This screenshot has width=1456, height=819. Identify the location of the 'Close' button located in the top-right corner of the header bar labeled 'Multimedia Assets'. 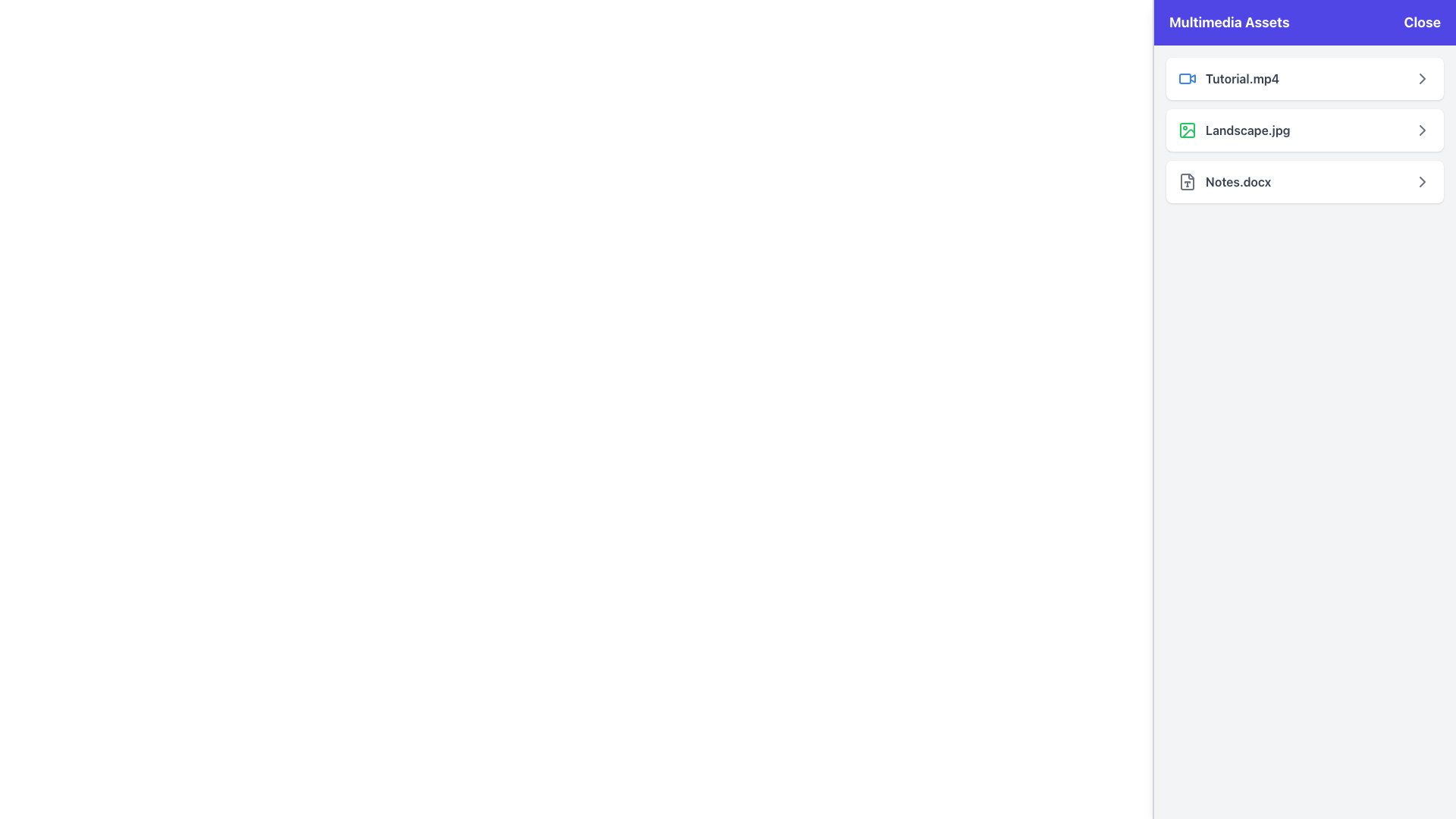
(1421, 23).